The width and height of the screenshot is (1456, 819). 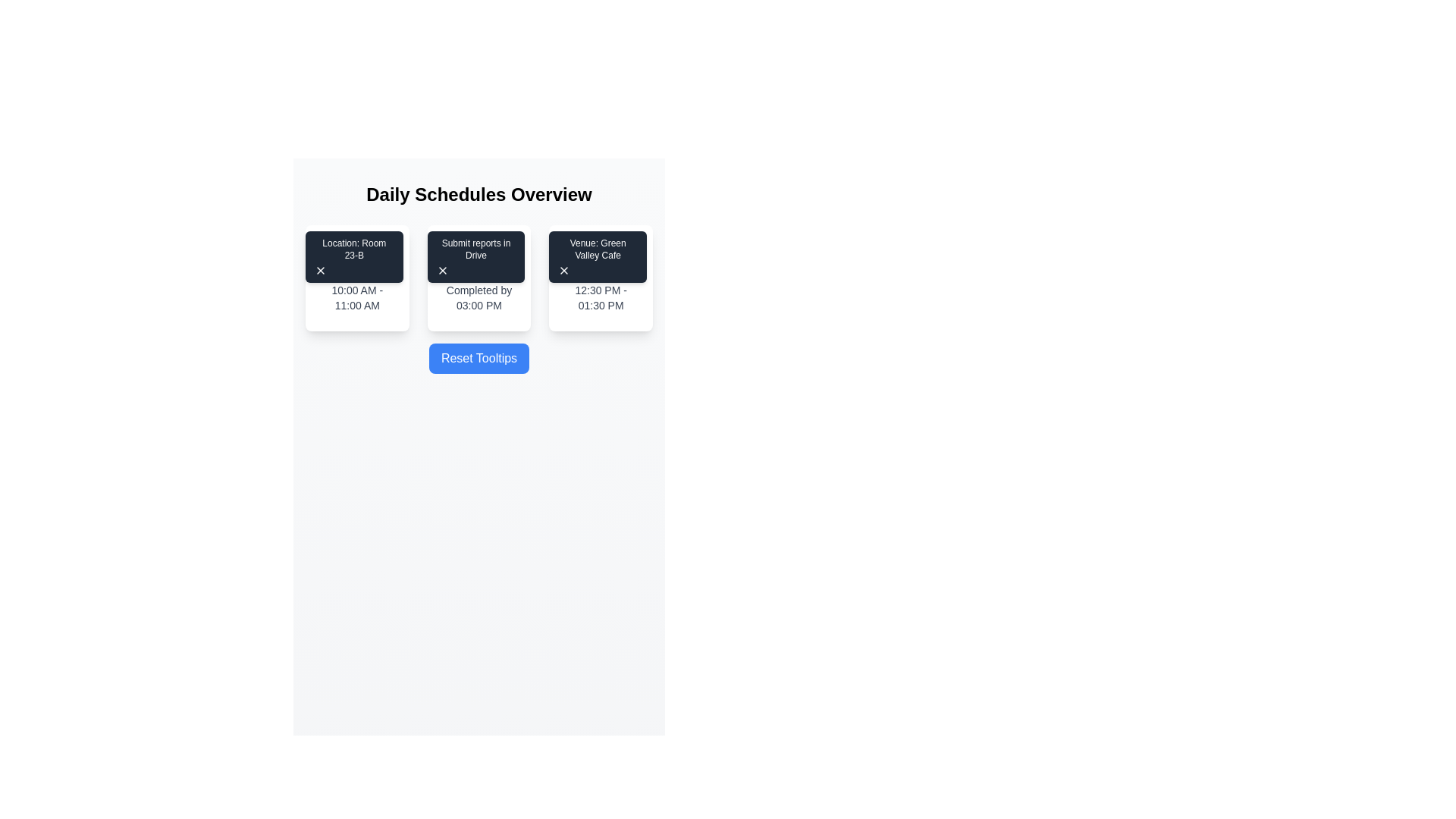 What do you see at coordinates (479, 260) in the screenshot?
I see `the centrally aligned title Text Label in the second card of three, which indicates the subject of the content above the descriptive text 'Completed by 03:00 PM'` at bounding box center [479, 260].